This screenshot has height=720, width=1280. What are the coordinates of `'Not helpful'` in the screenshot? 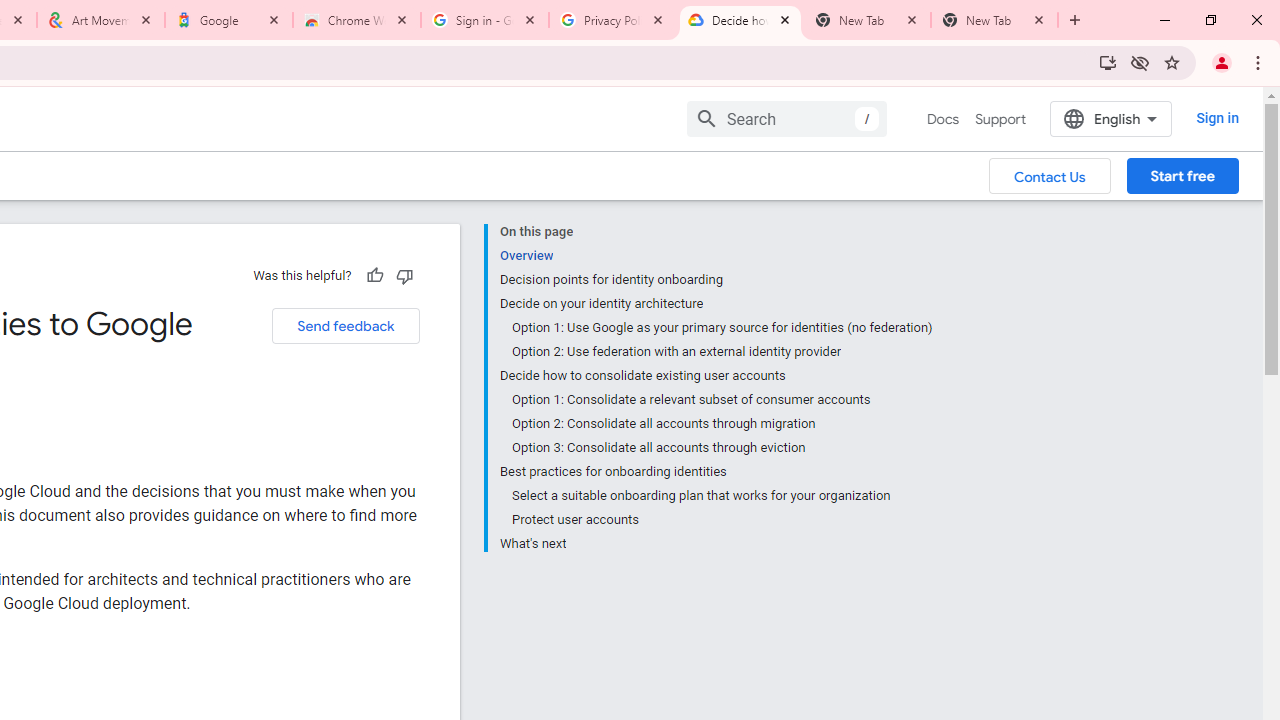 It's located at (403, 275).